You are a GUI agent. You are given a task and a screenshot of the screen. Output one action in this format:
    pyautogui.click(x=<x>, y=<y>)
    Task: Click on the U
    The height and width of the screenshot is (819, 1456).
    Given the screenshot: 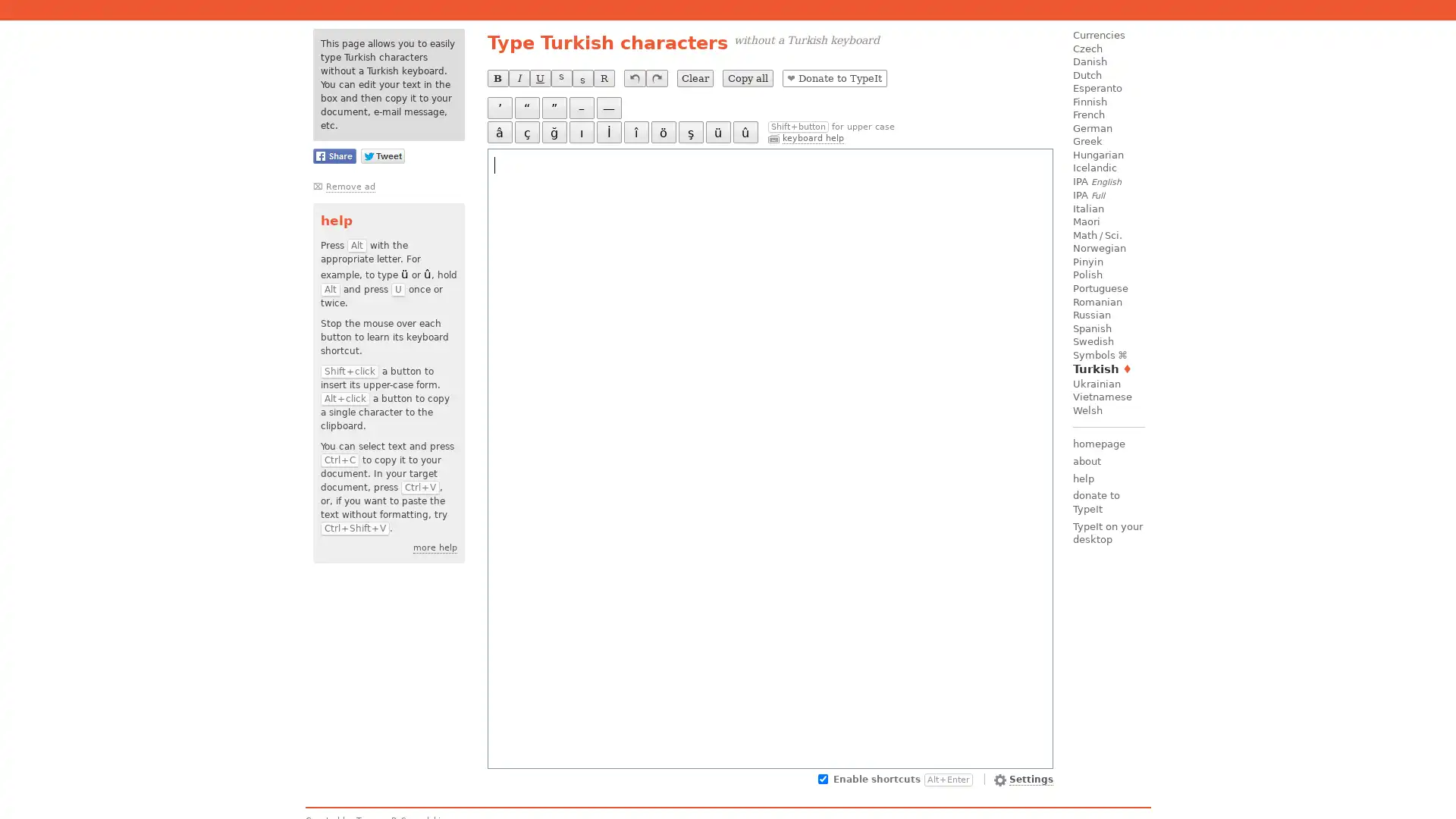 What is the action you would take?
    pyautogui.click(x=539, y=78)
    